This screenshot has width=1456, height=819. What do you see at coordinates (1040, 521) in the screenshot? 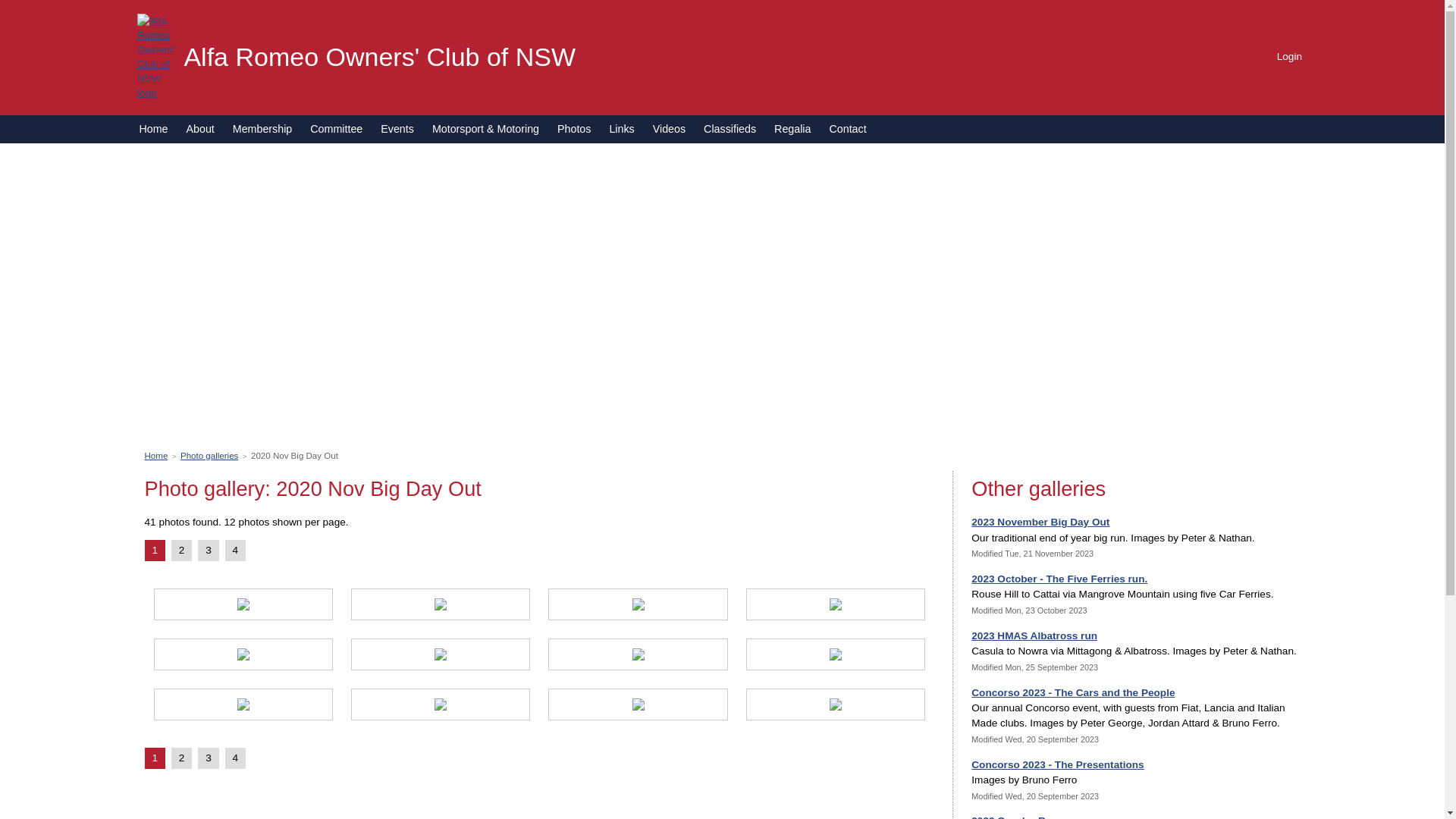
I see `'2023 November Big Day Out'` at bounding box center [1040, 521].